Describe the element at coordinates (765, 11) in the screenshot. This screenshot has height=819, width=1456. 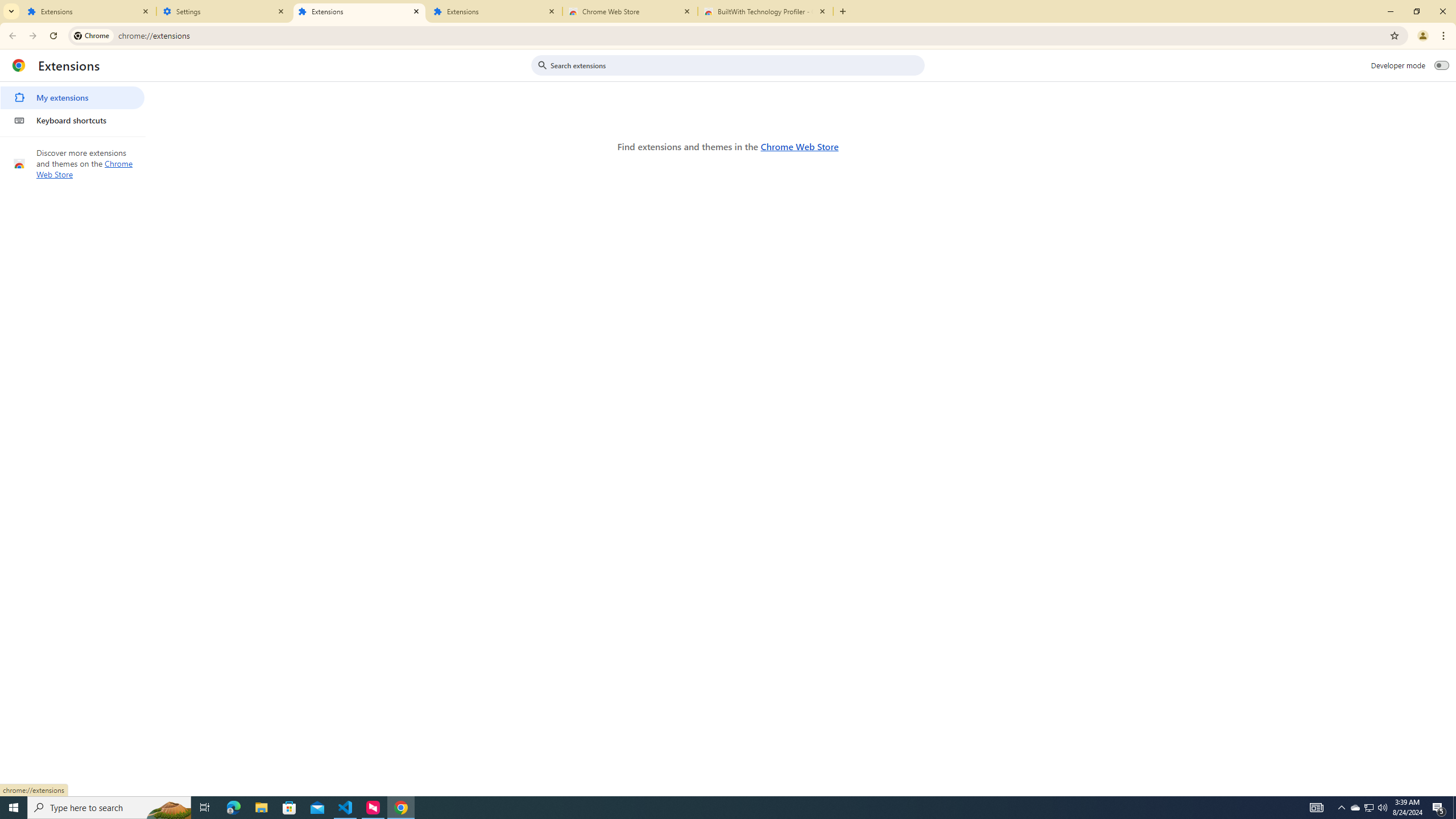
I see `'BuiltWith Technology Profiler - Chrome Web Store'` at that location.